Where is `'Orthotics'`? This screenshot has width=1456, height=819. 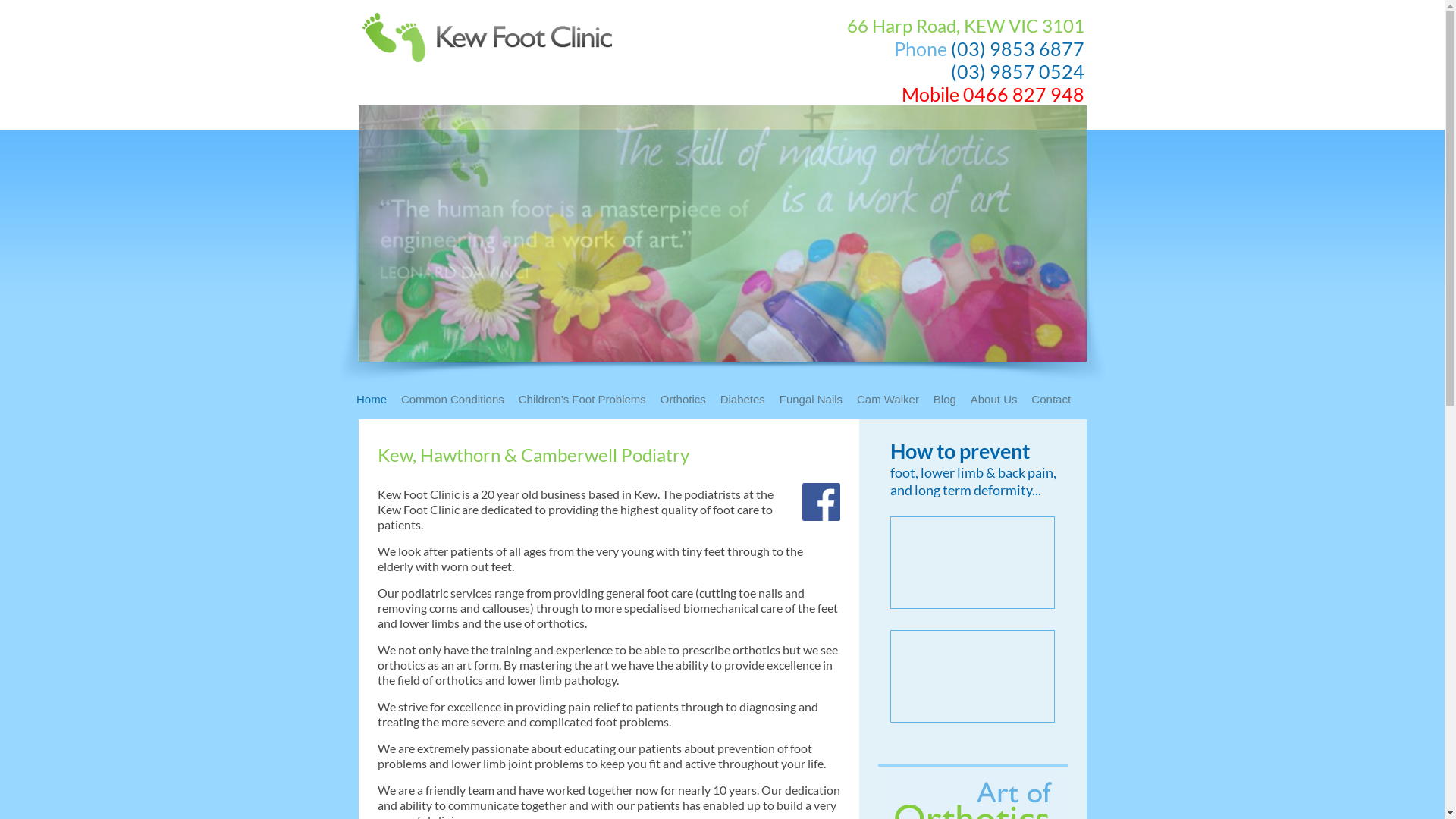
'Orthotics' is located at coordinates (660, 403).